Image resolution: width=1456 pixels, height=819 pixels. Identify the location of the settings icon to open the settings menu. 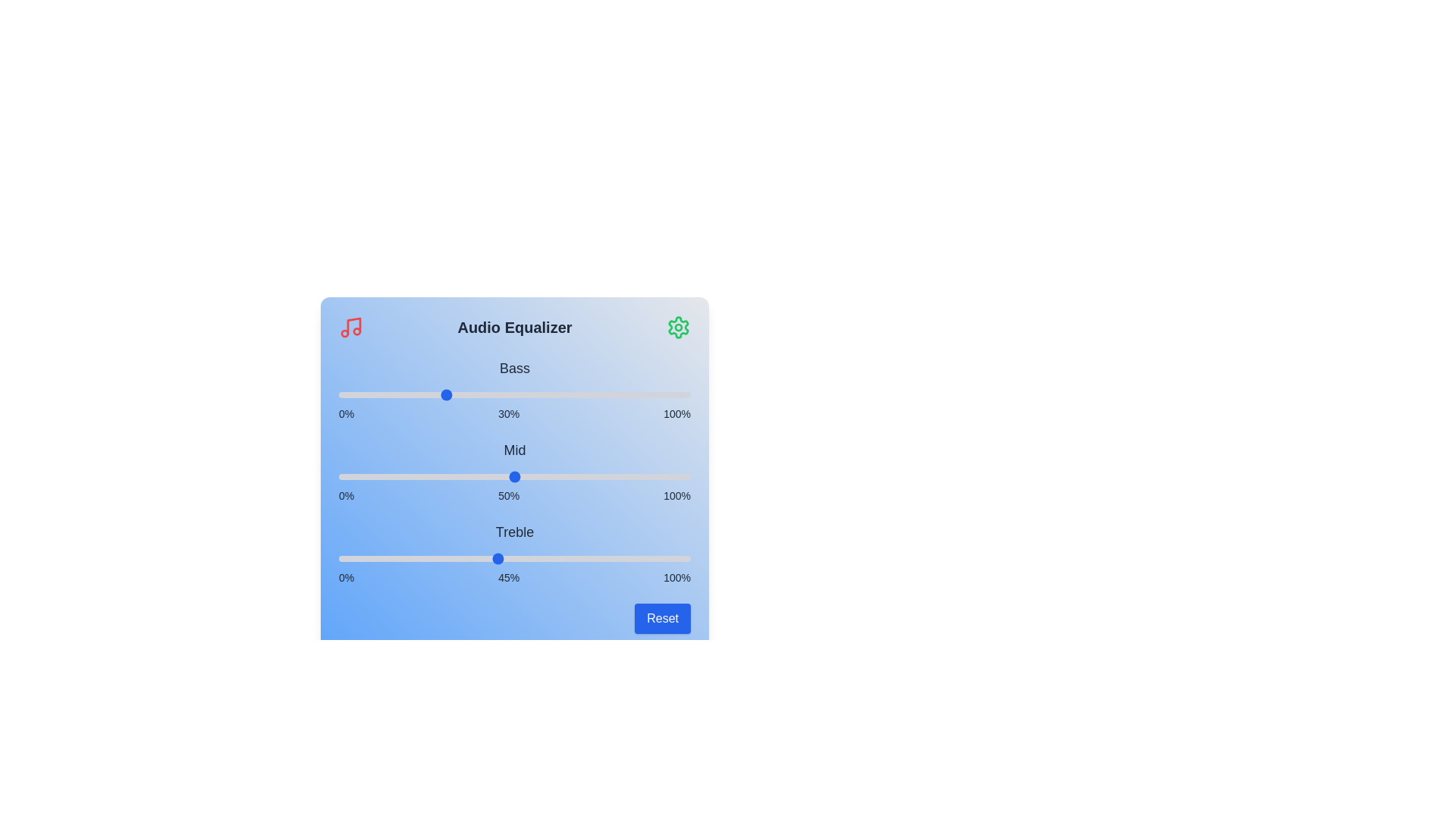
(677, 327).